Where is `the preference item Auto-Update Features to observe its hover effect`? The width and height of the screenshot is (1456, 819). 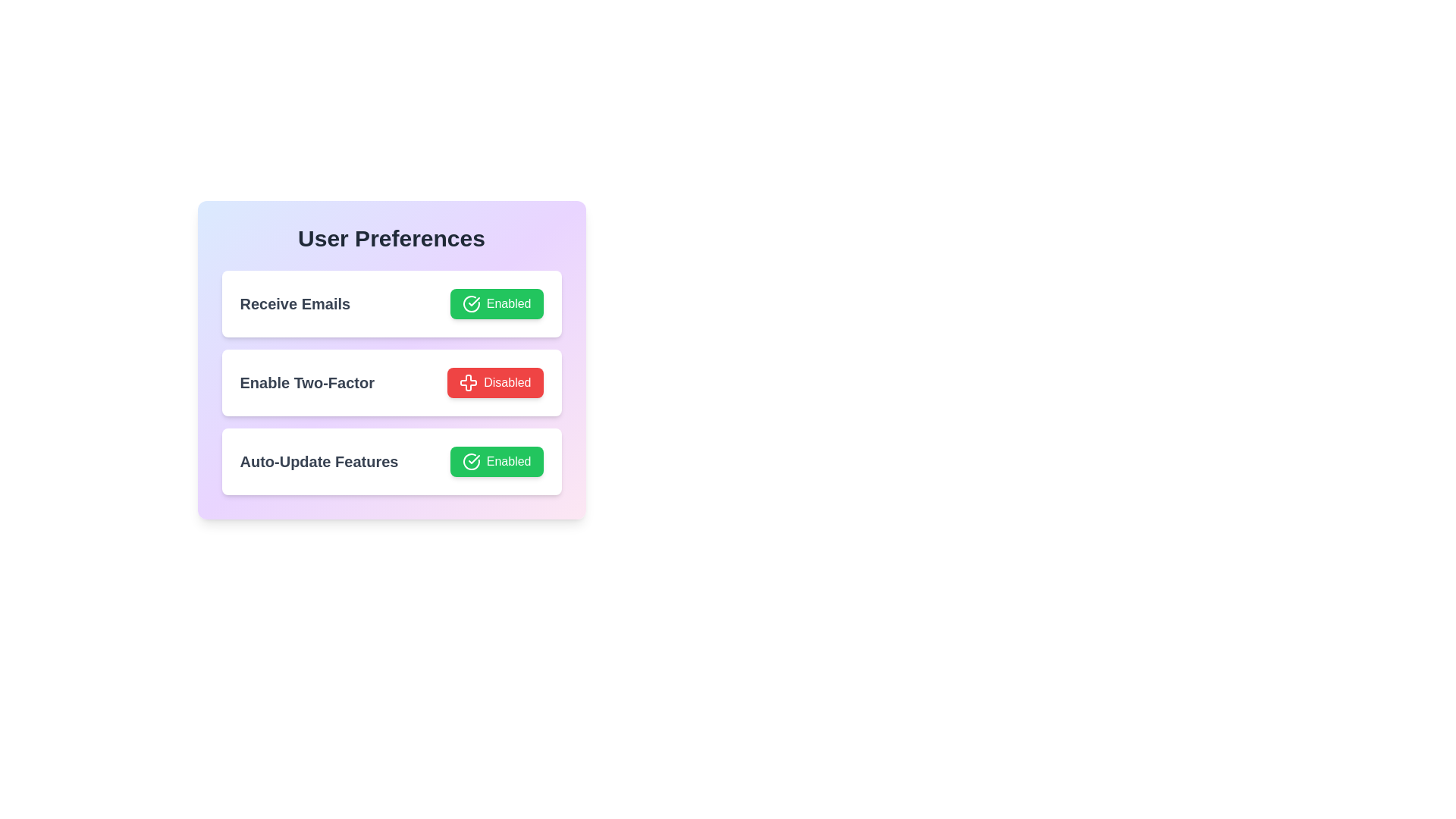 the preference item Auto-Update Features to observe its hover effect is located at coordinates (391, 461).